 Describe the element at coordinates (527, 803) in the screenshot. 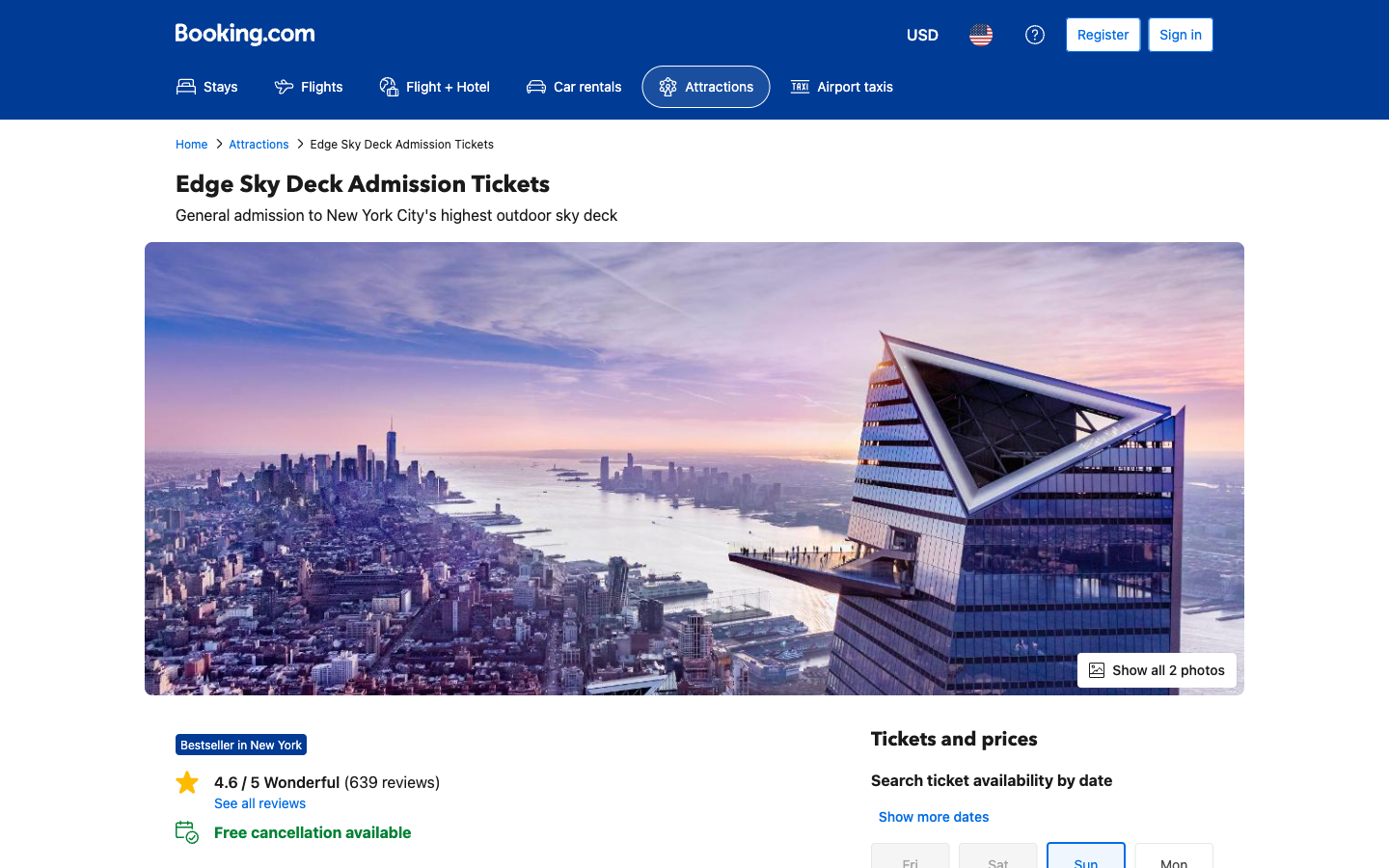

I see `all Reviews section` at that location.